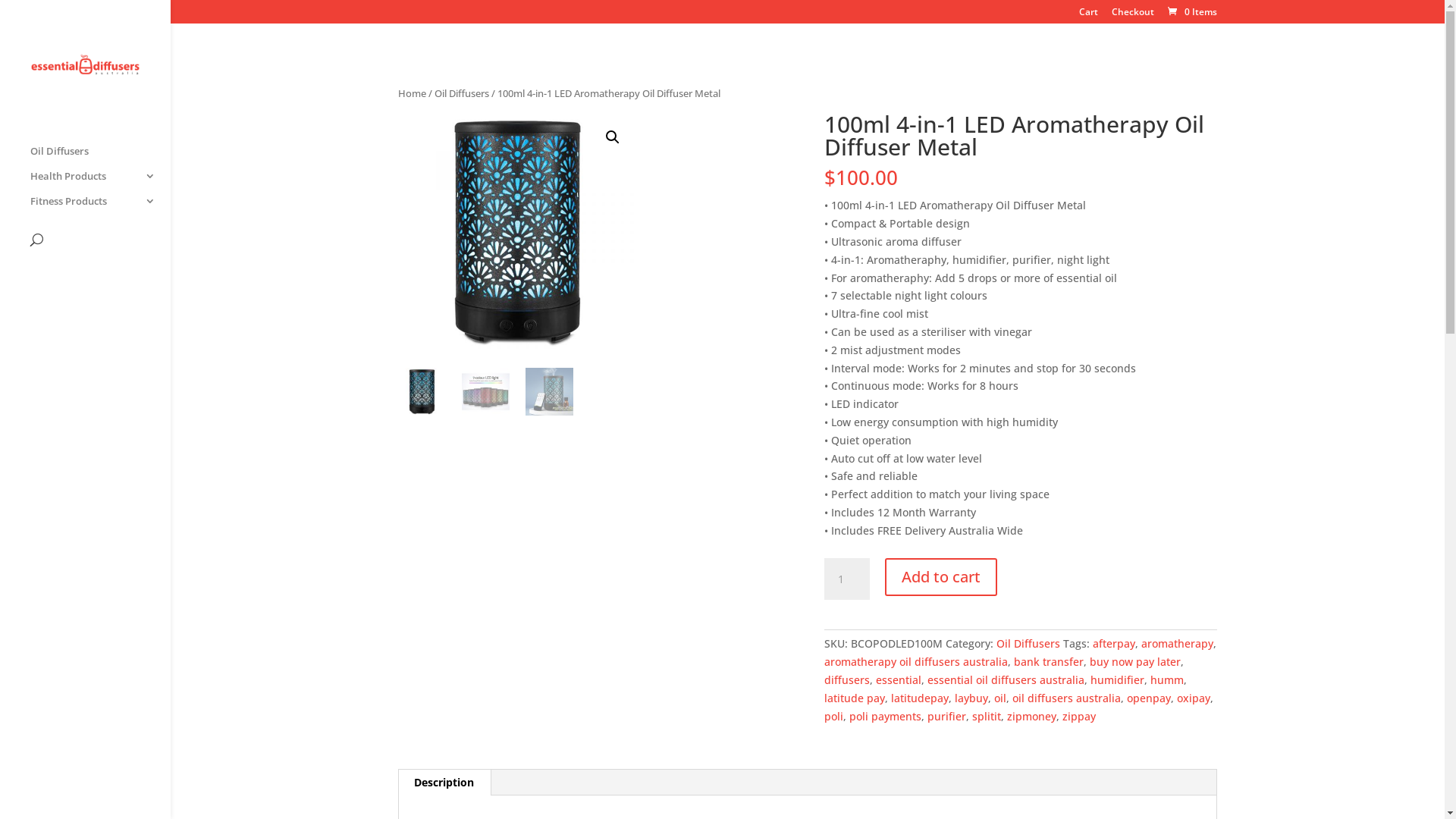  Describe the element at coordinates (412, 93) in the screenshot. I see `'Home'` at that location.